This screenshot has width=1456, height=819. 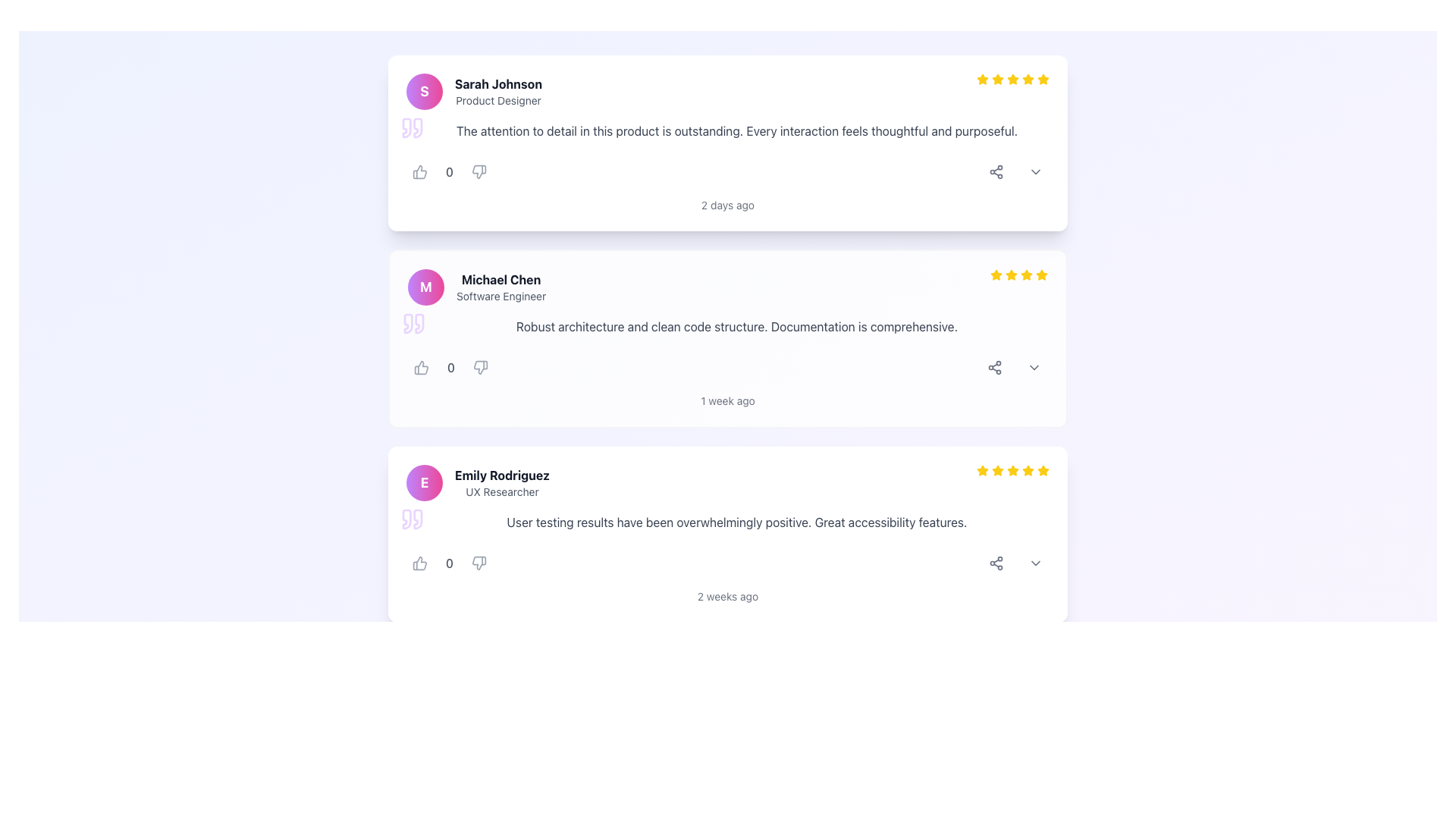 I want to click on the share icon, which is styled as a share symbol with three connected circles arranged in a triangular formation, located on the right side of each content card next to the rating stars, so click(x=994, y=368).